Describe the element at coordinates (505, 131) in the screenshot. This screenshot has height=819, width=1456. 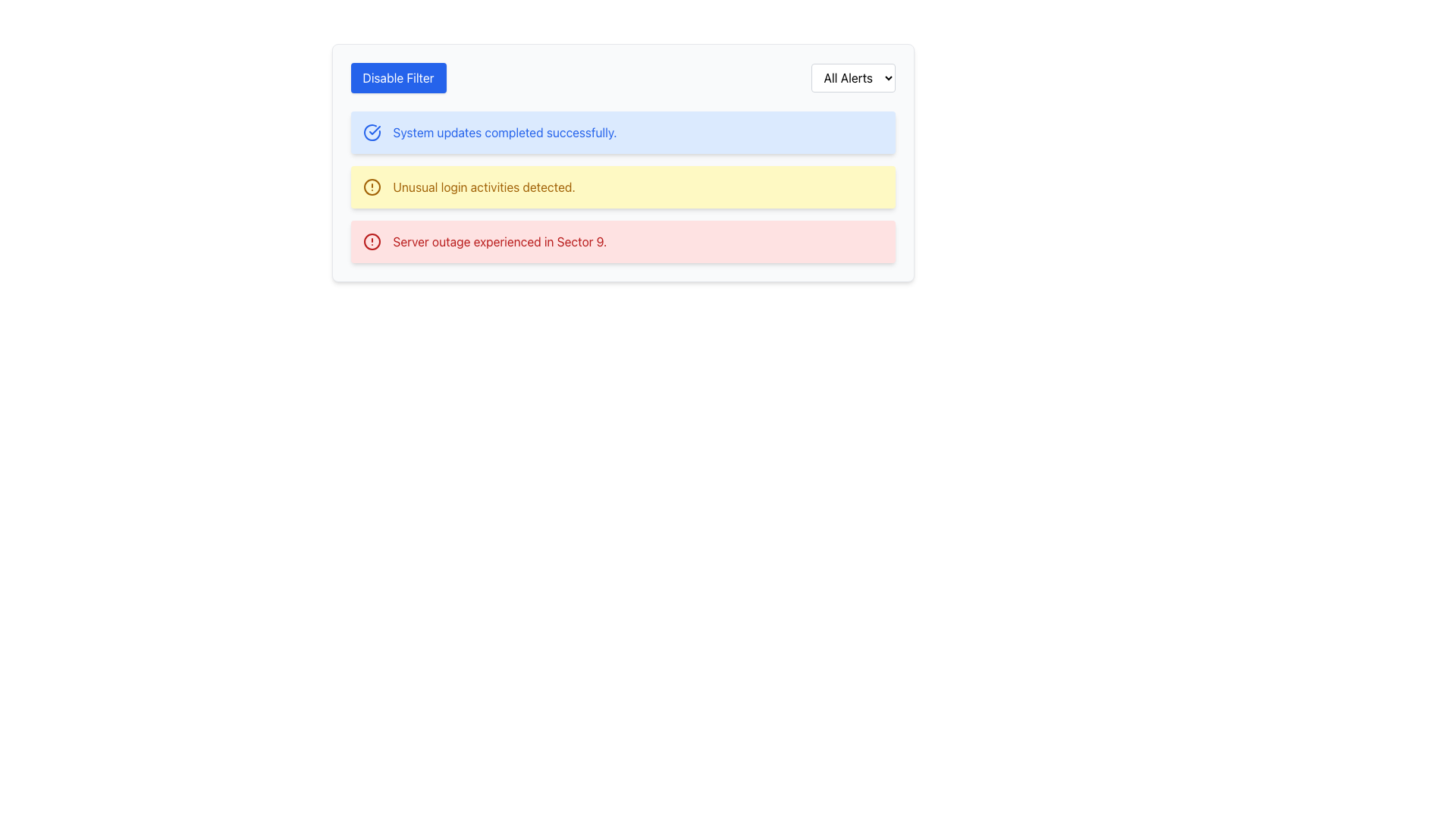
I see `message from the text label indicating that system updates have been successfully completed, located in the first notification card with a light blue background and a checkmark icon on the left` at that location.